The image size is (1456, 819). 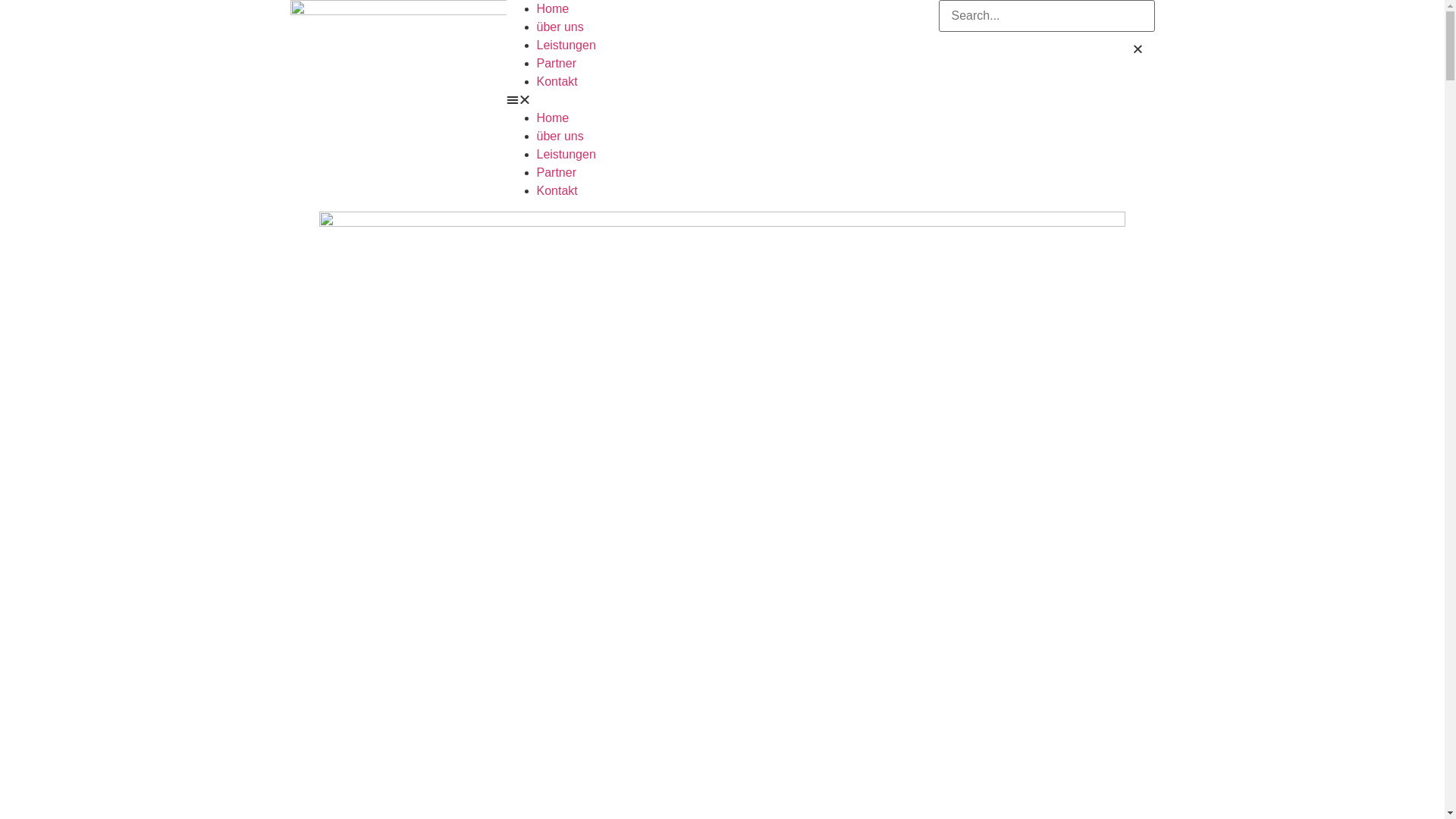 I want to click on 'Kontakt', so click(x=556, y=81).